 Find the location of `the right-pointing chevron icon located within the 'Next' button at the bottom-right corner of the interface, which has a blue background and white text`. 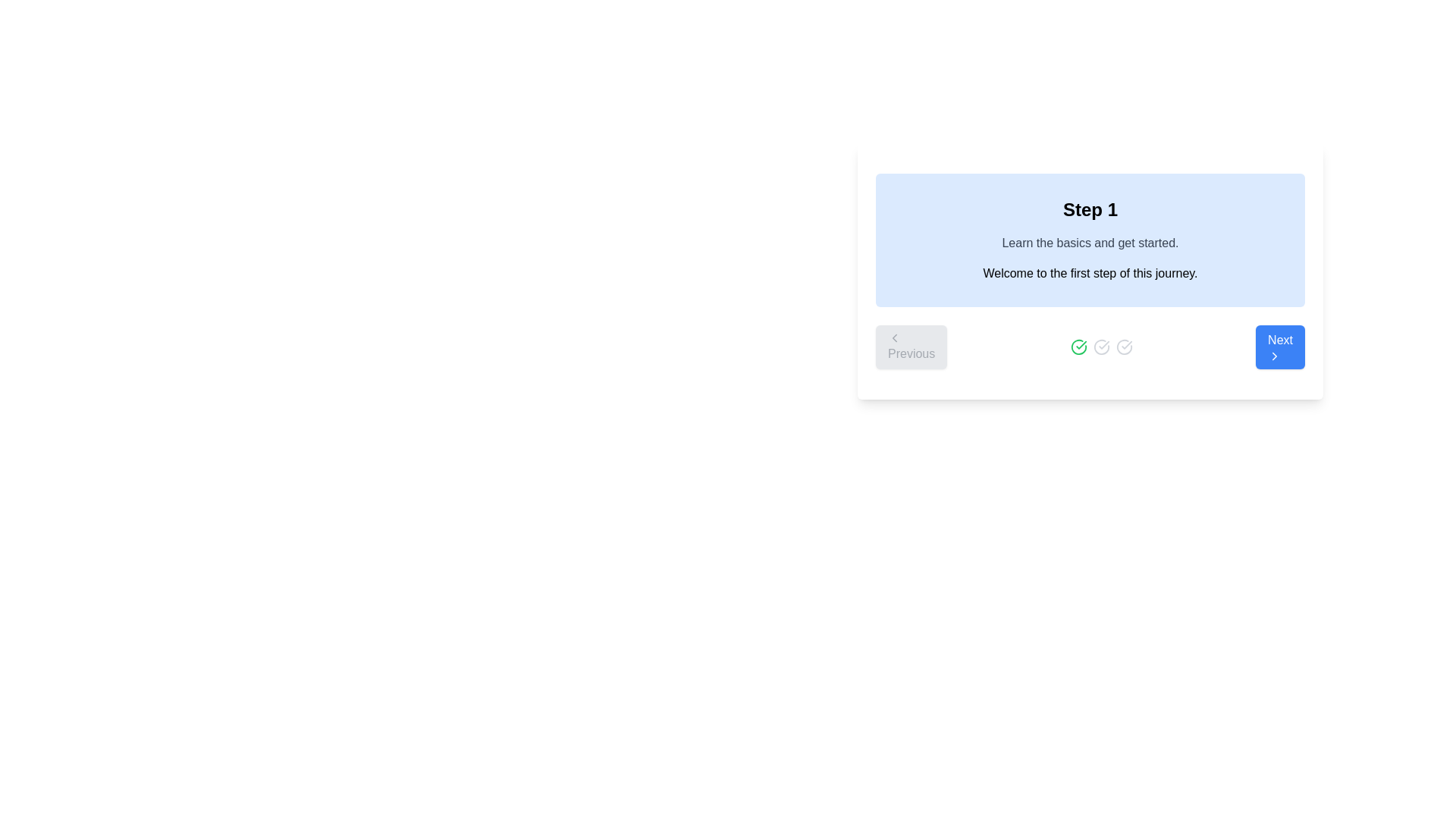

the right-pointing chevron icon located within the 'Next' button at the bottom-right corner of the interface, which has a blue background and white text is located at coordinates (1274, 356).